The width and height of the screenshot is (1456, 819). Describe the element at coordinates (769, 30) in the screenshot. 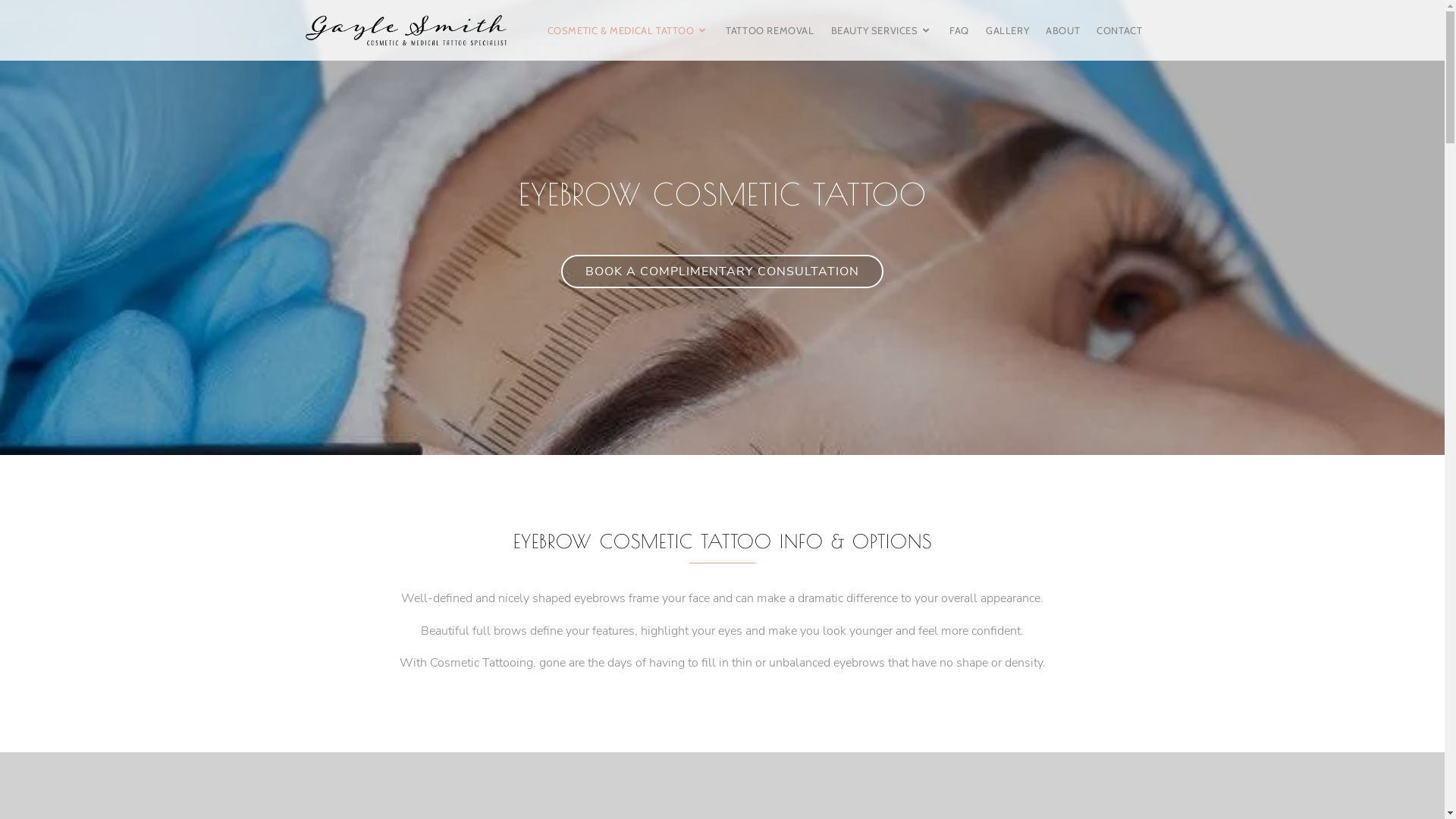

I see `'TATTOO REMOVAL'` at that location.